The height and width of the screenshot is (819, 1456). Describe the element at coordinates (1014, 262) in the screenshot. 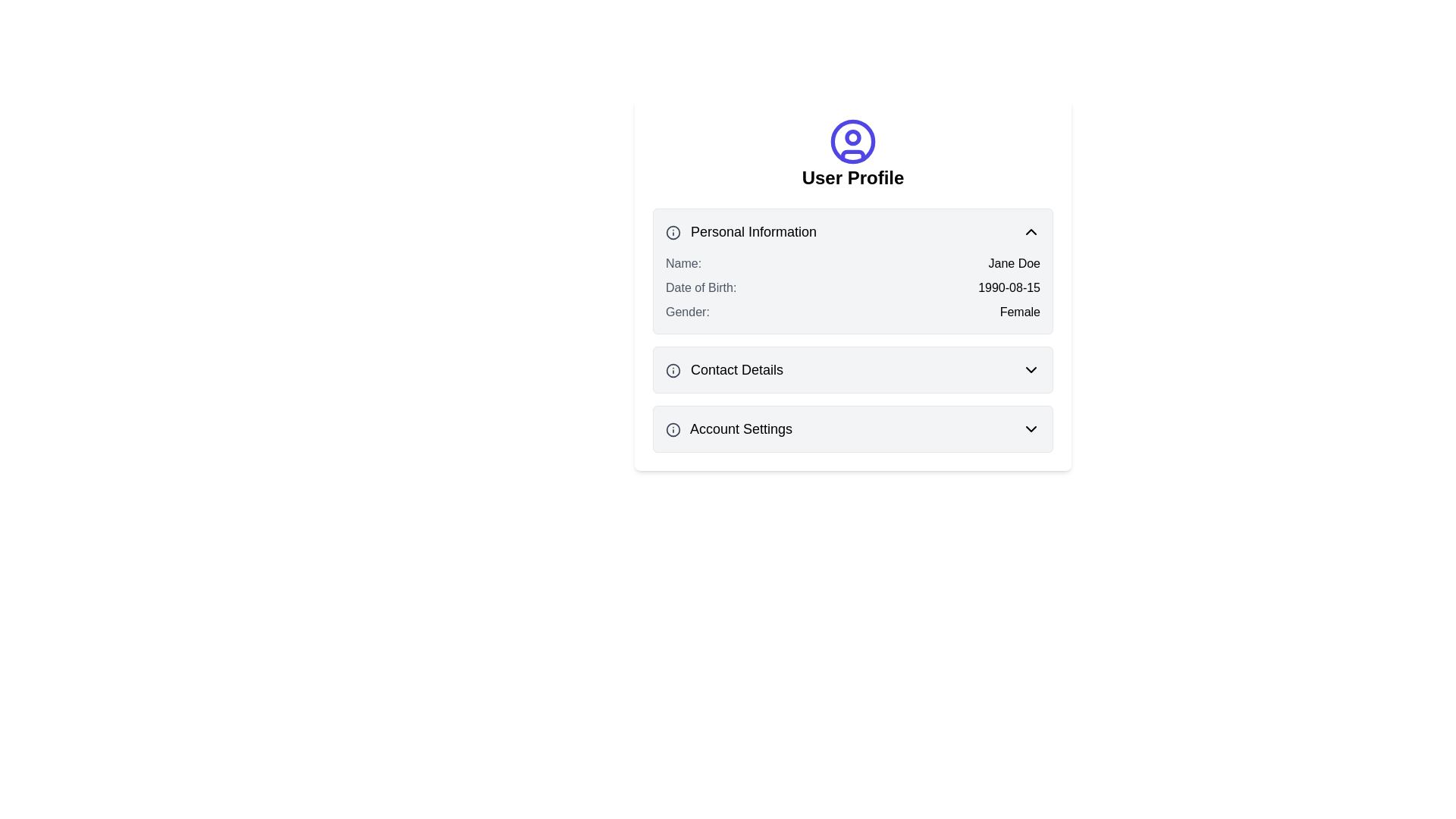

I see `the text display showing 'Jane Doe' in the 'Personal Information' section, which is positioned to the right of the label 'Name:'` at that location.